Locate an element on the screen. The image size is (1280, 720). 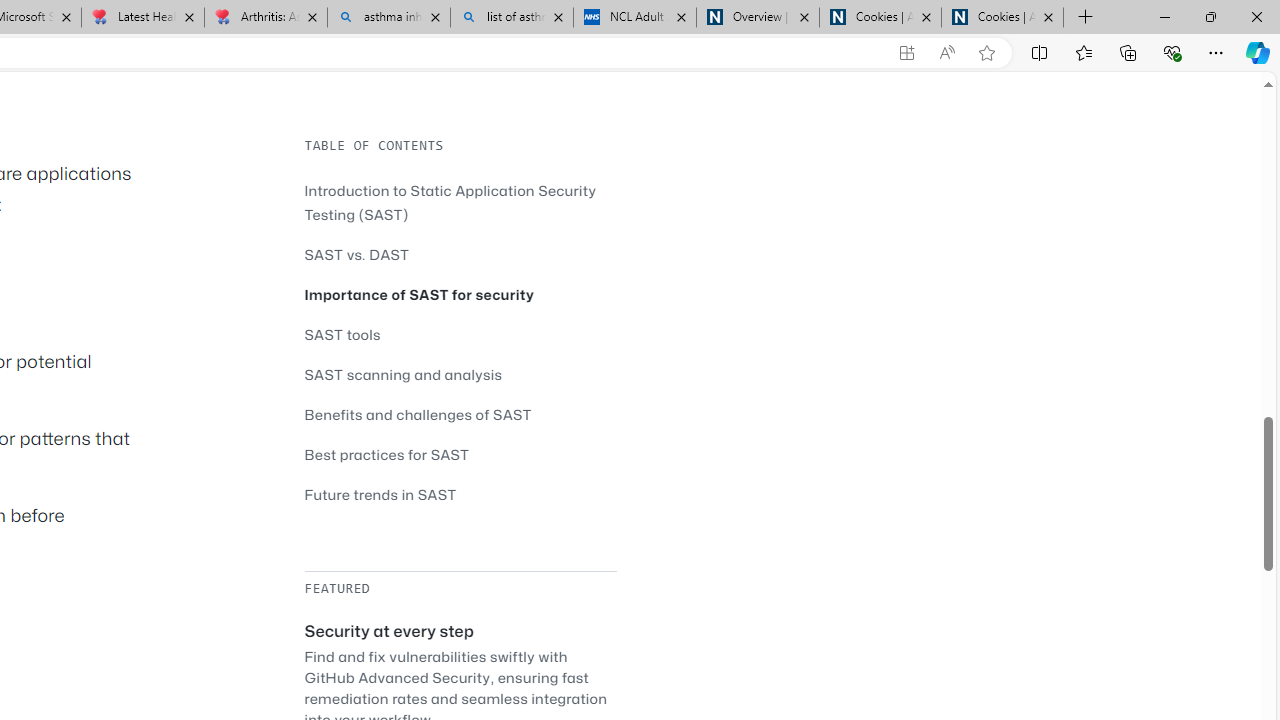
'Benefits and challenges of SAST' is located at coordinates (459, 413).